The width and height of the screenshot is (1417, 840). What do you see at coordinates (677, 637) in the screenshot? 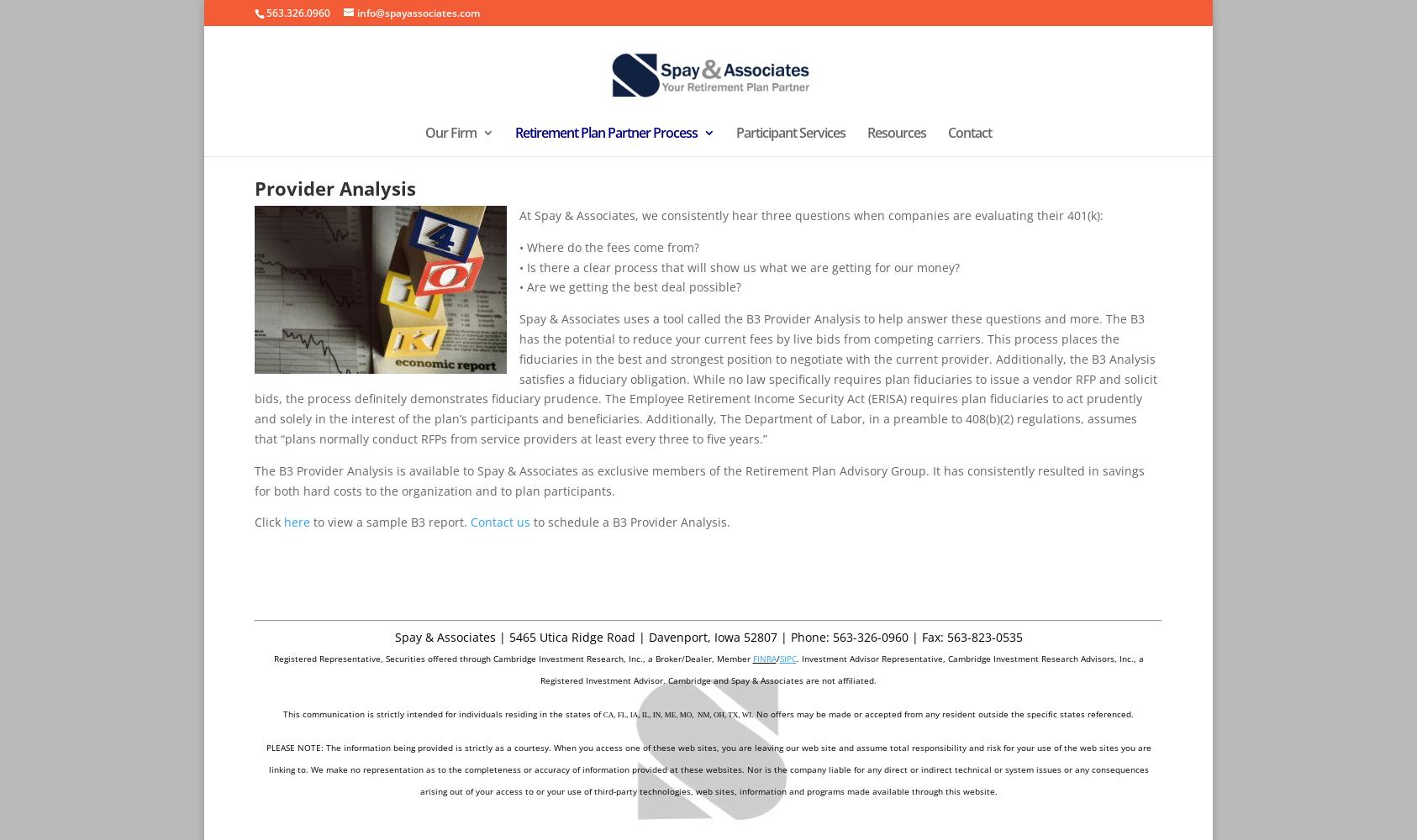
I see `'Davenport'` at bounding box center [677, 637].